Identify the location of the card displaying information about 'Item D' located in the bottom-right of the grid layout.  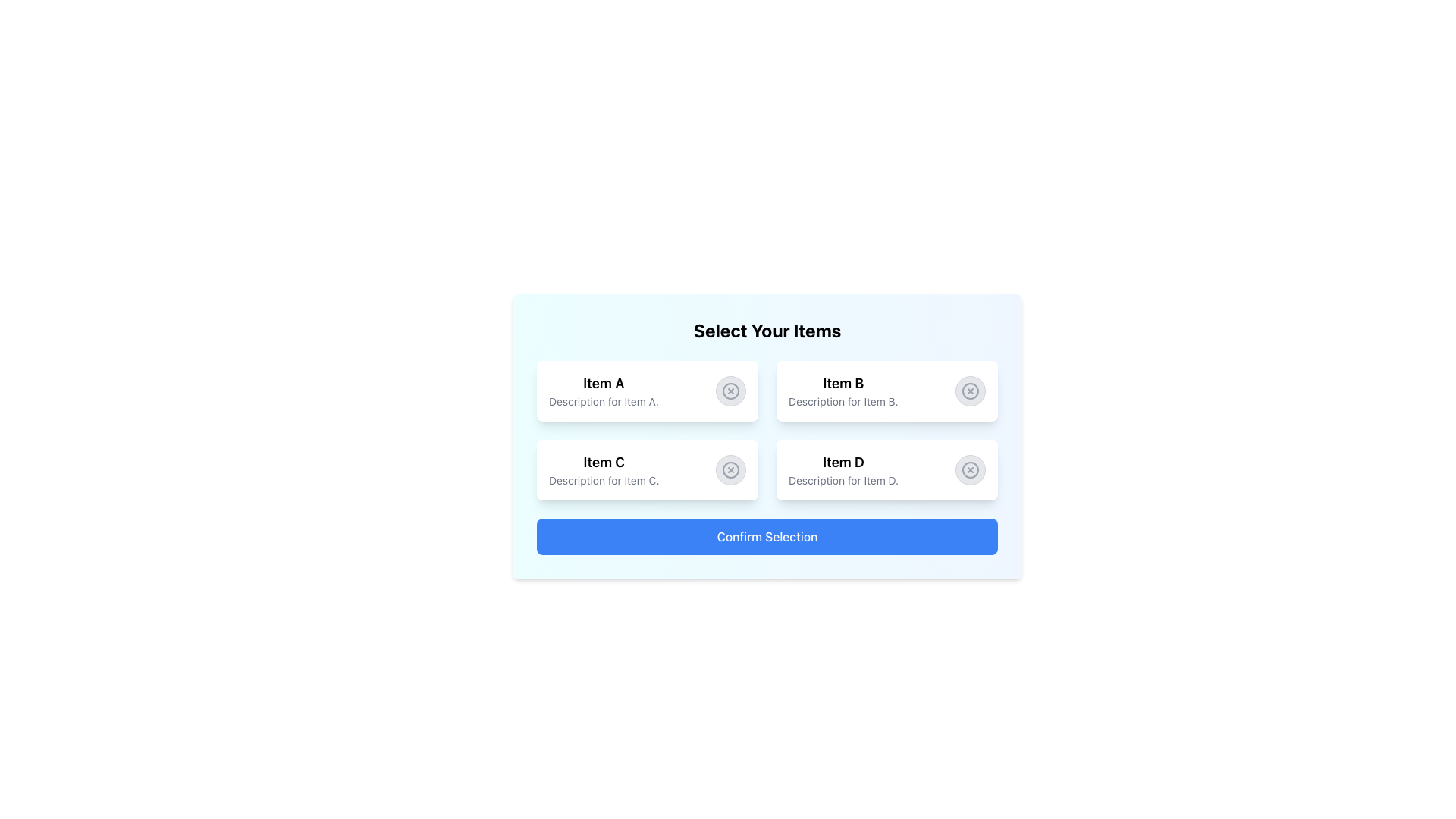
(887, 469).